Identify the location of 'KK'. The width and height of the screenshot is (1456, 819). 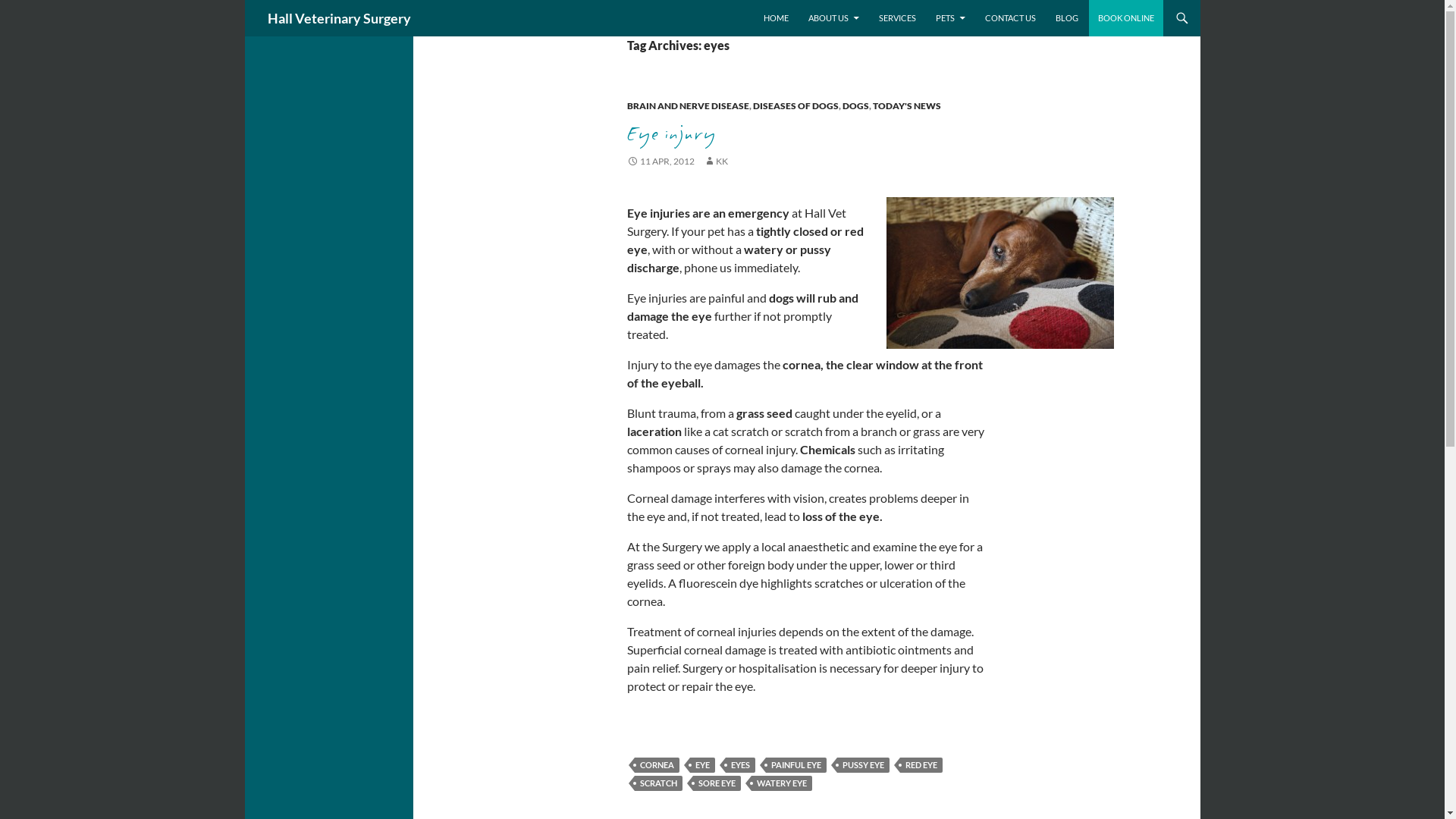
(715, 161).